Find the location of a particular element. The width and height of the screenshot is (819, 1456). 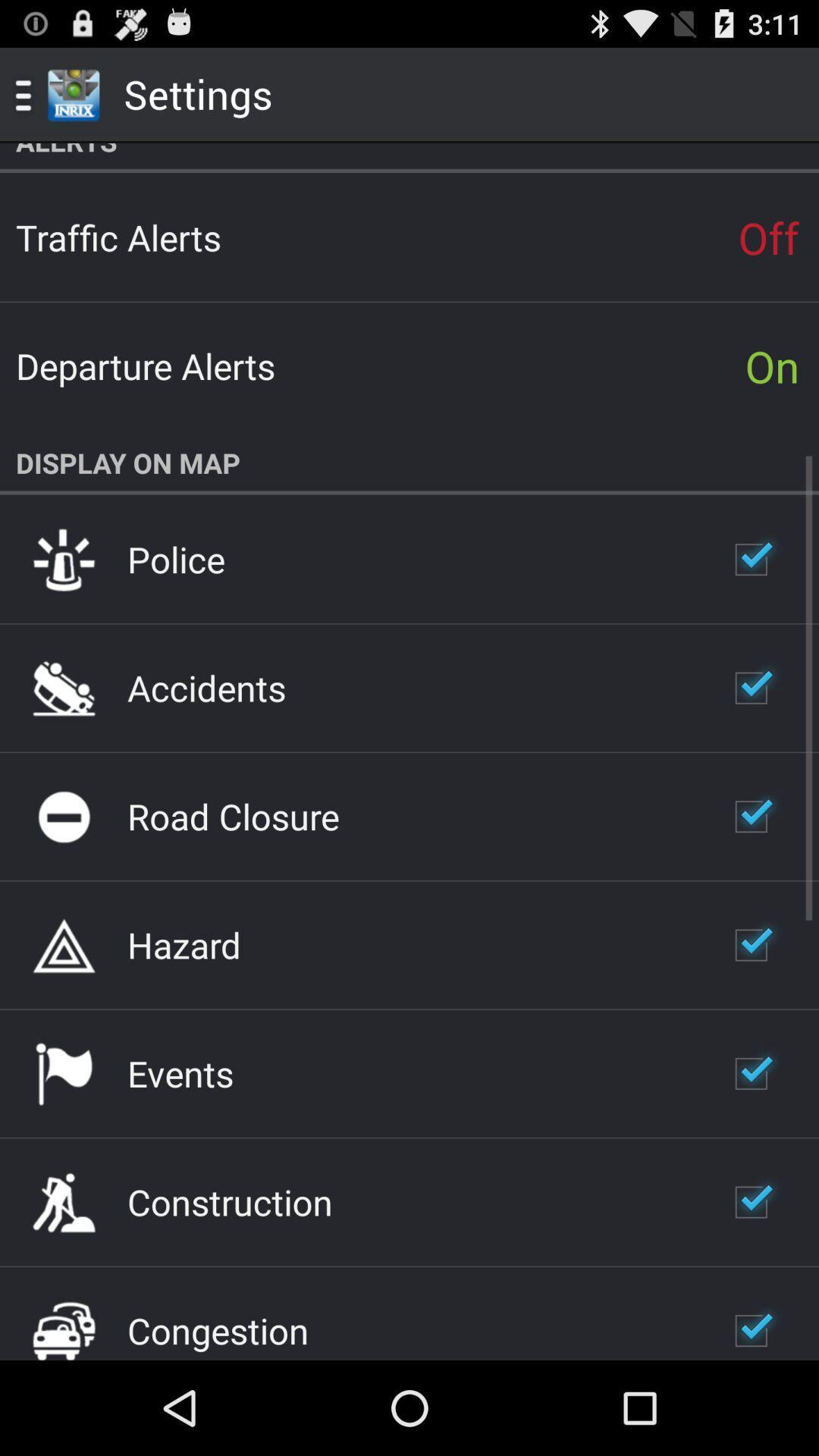

the app below on item is located at coordinates (409, 462).